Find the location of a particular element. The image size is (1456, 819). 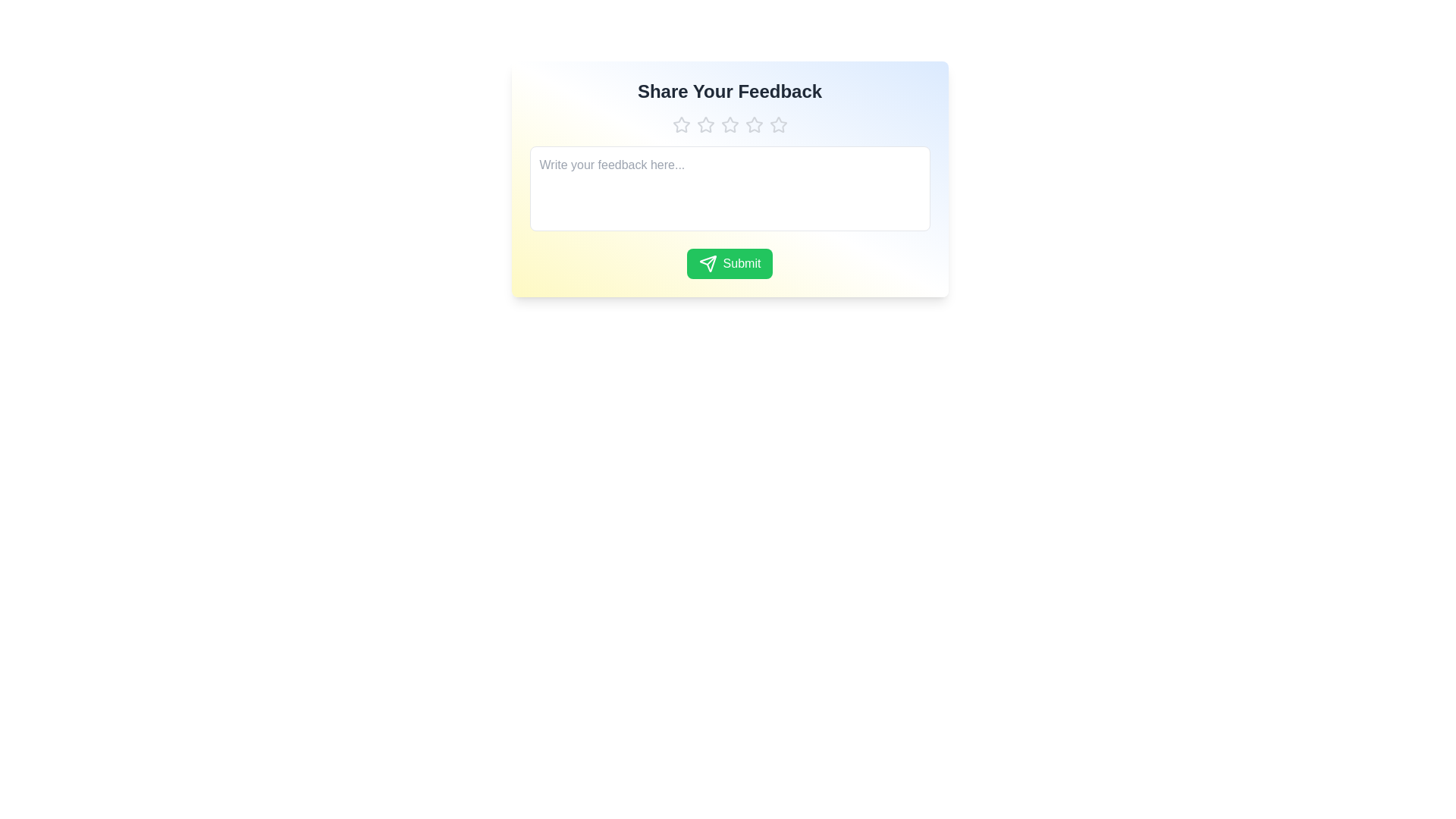

the submit button to submit the feedback is located at coordinates (730, 262).